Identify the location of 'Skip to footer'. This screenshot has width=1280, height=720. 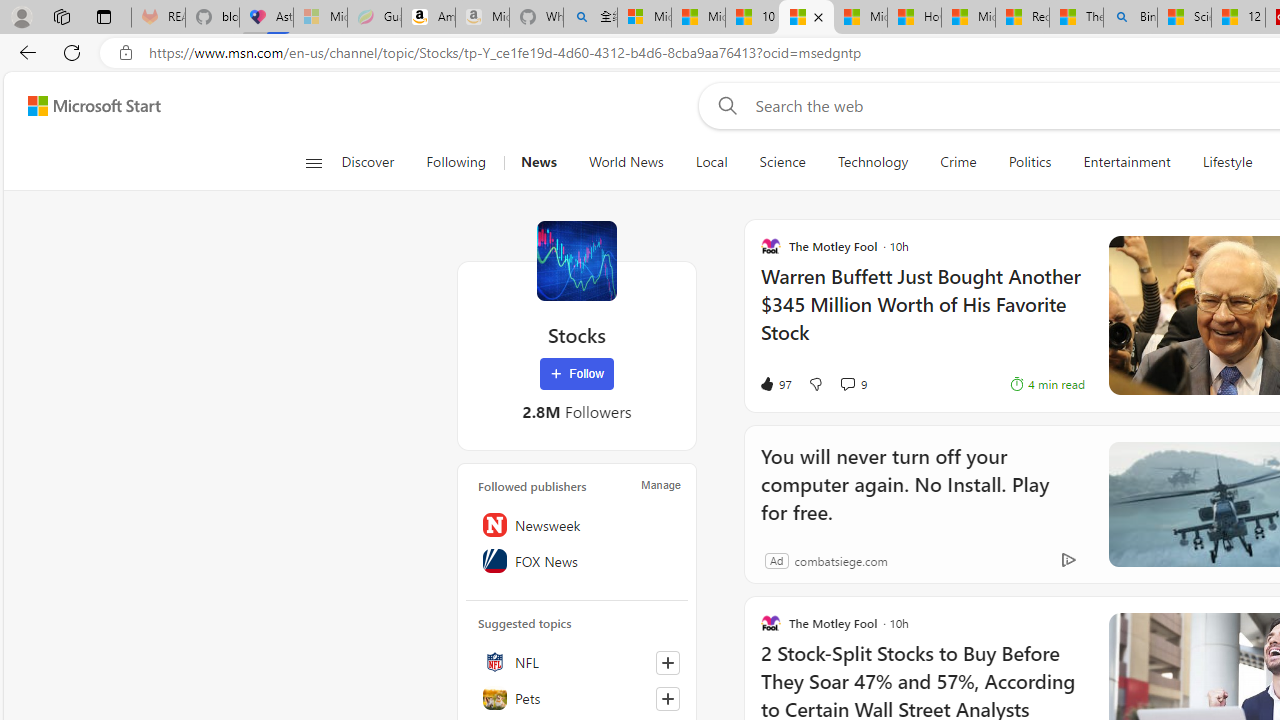
(81, 105).